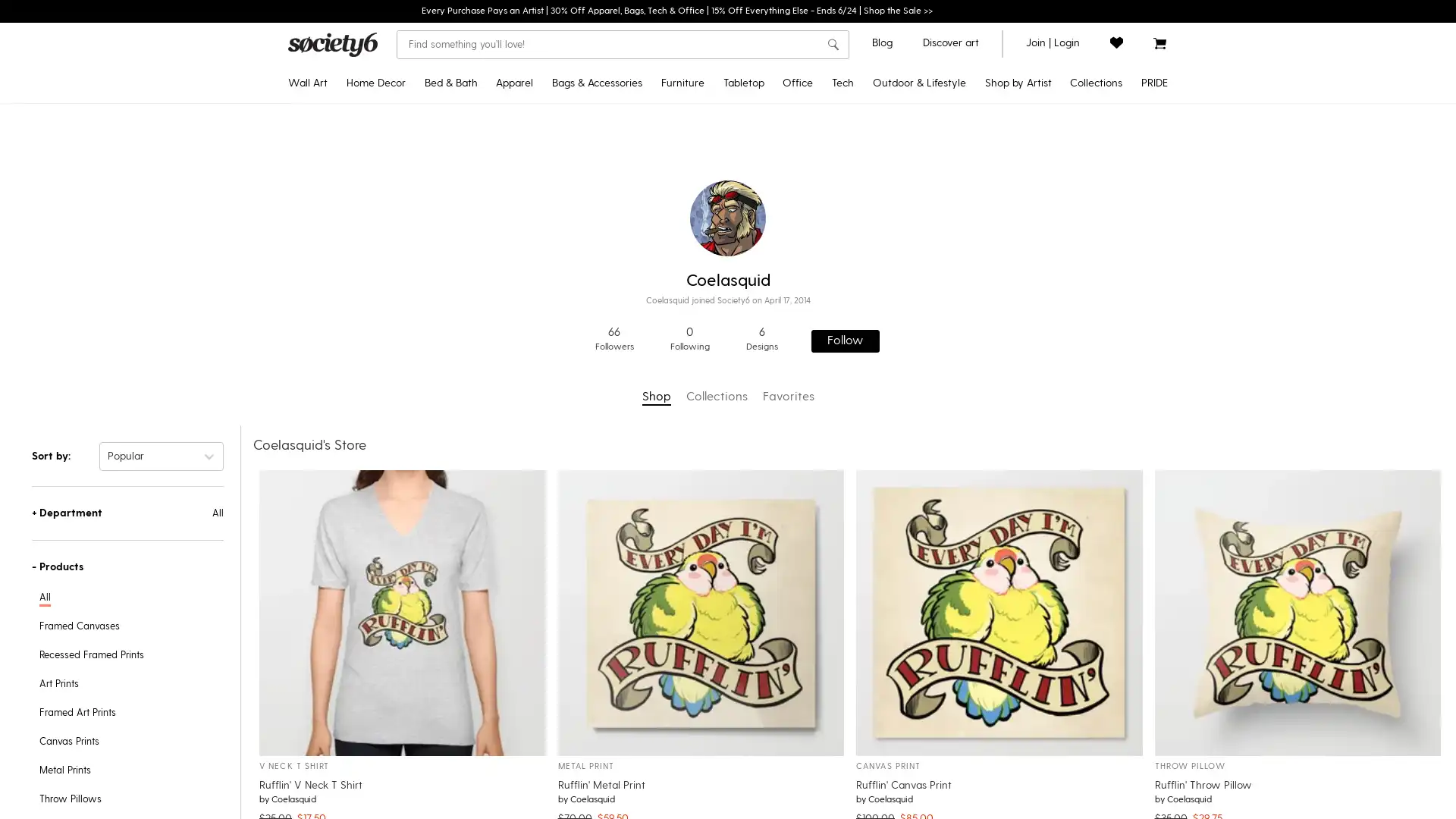 This screenshot has height=819, width=1456. What do you see at coordinates (404, 121) in the screenshot?
I see `Tapestries` at bounding box center [404, 121].